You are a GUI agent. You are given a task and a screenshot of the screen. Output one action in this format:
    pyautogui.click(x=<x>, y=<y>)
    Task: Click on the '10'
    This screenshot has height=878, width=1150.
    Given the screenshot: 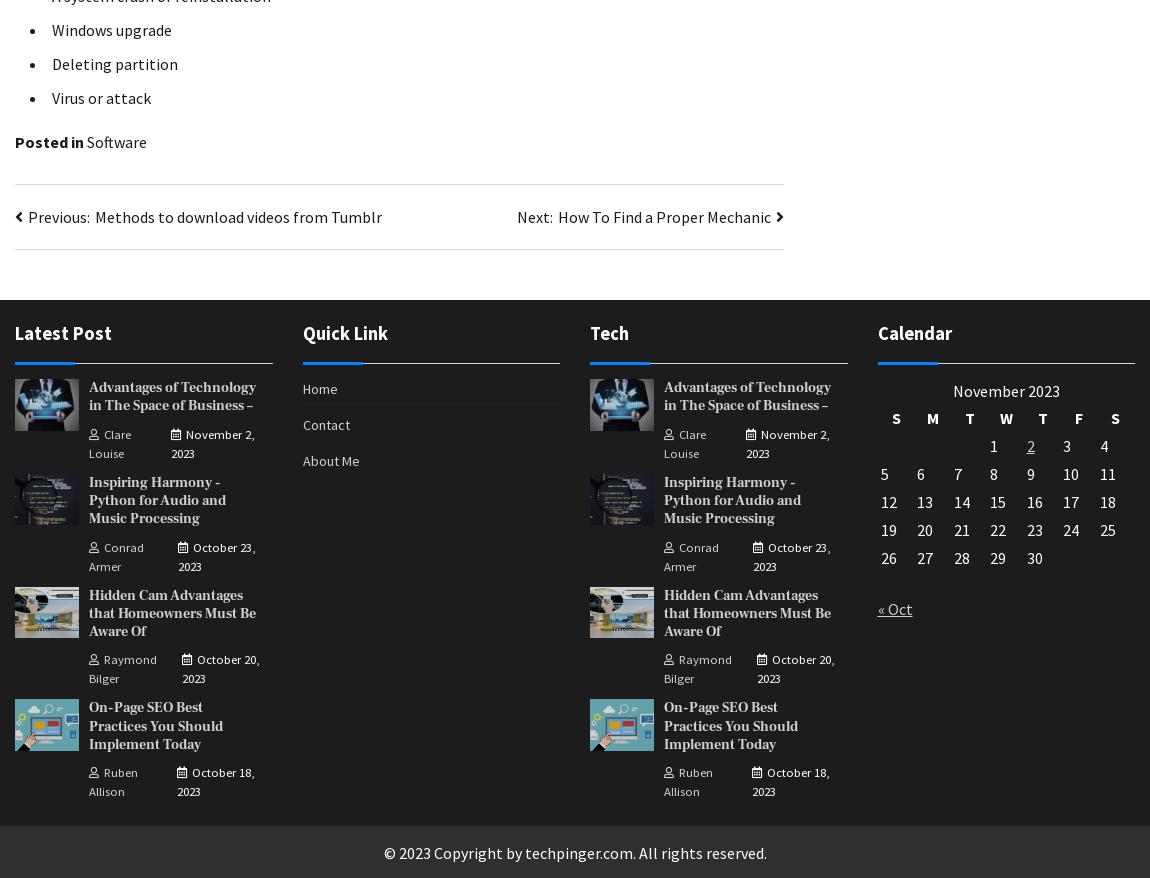 What is the action you would take?
    pyautogui.click(x=1070, y=473)
    